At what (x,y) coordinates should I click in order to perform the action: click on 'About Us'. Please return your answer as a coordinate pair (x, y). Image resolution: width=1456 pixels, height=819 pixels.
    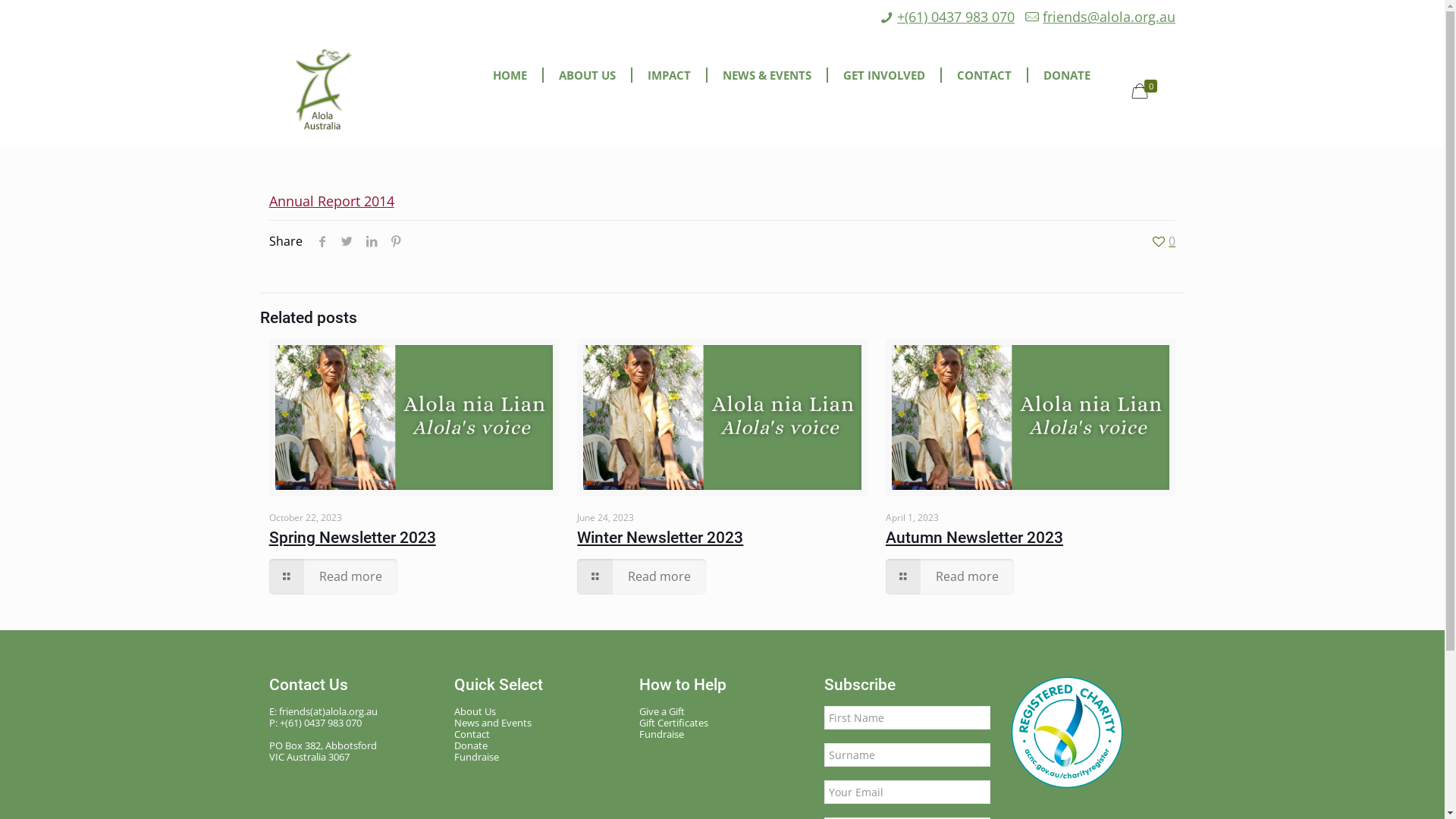
    Looking at the image, I should click on (538, 711).